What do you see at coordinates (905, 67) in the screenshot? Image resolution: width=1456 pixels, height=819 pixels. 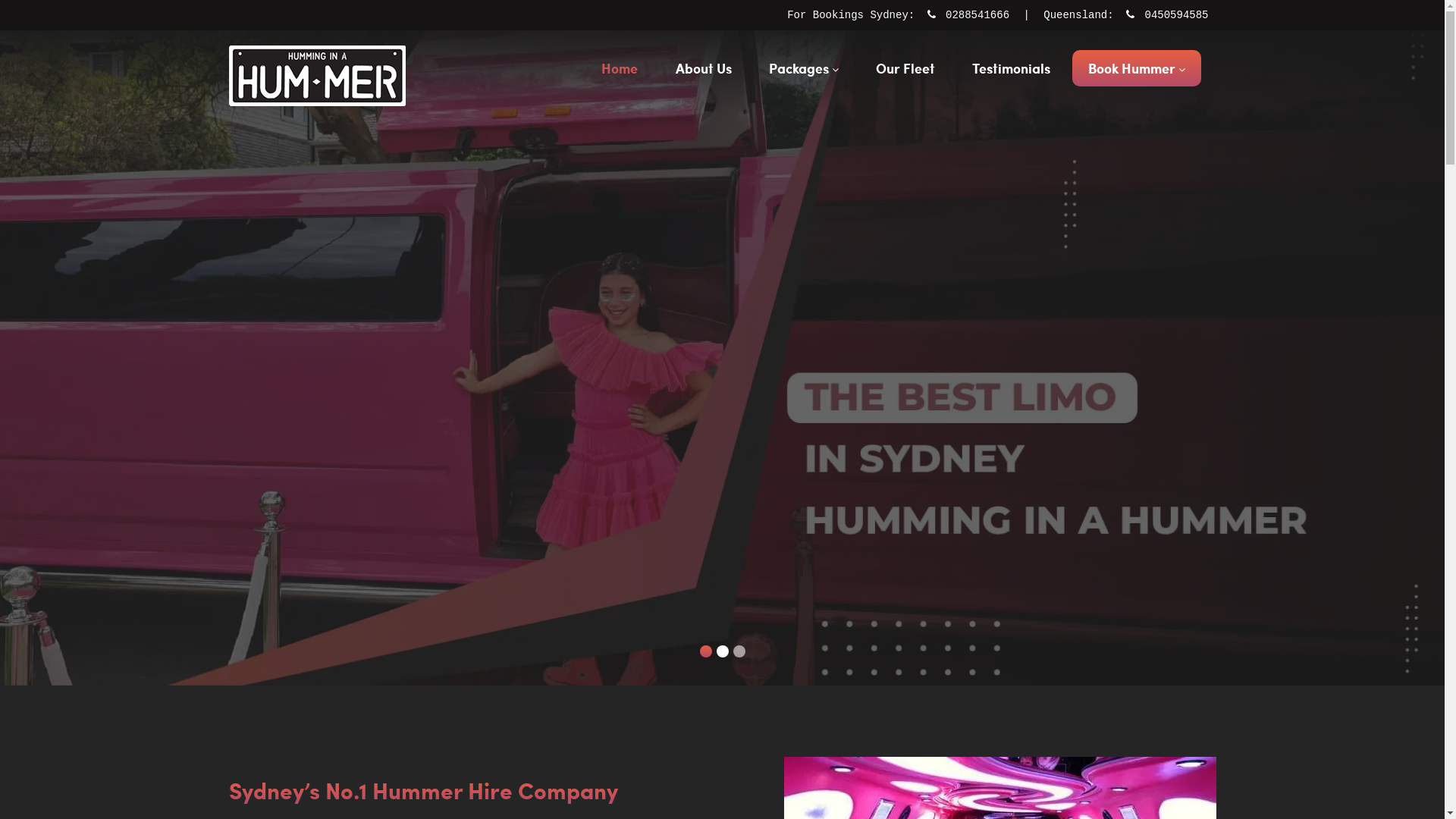 I see `'Our Fleet'` at bounding box center [905, 67].